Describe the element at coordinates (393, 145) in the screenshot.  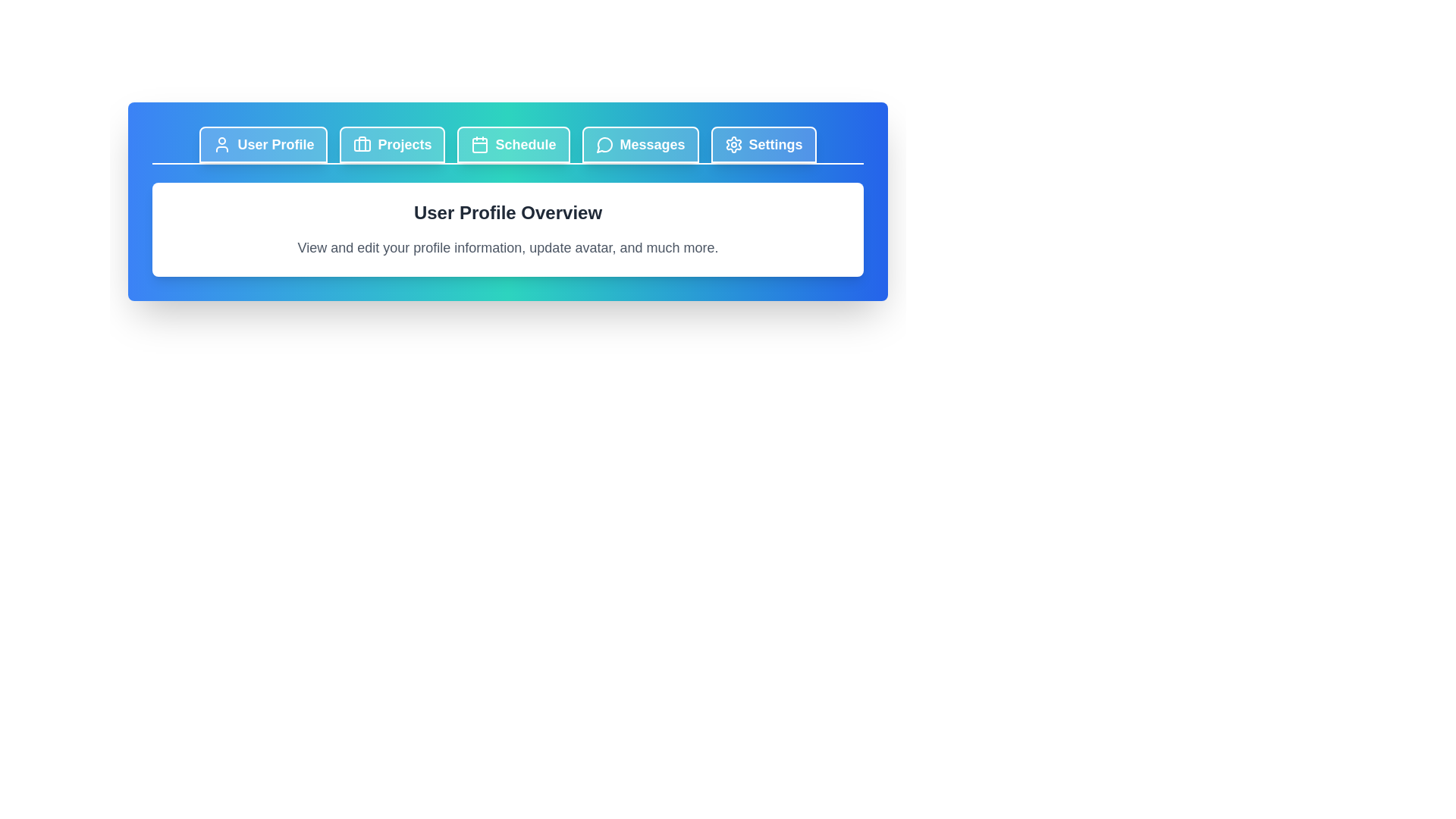
I see `the 'Projects' navigation tab in the horizontal navigation bar` at that location.